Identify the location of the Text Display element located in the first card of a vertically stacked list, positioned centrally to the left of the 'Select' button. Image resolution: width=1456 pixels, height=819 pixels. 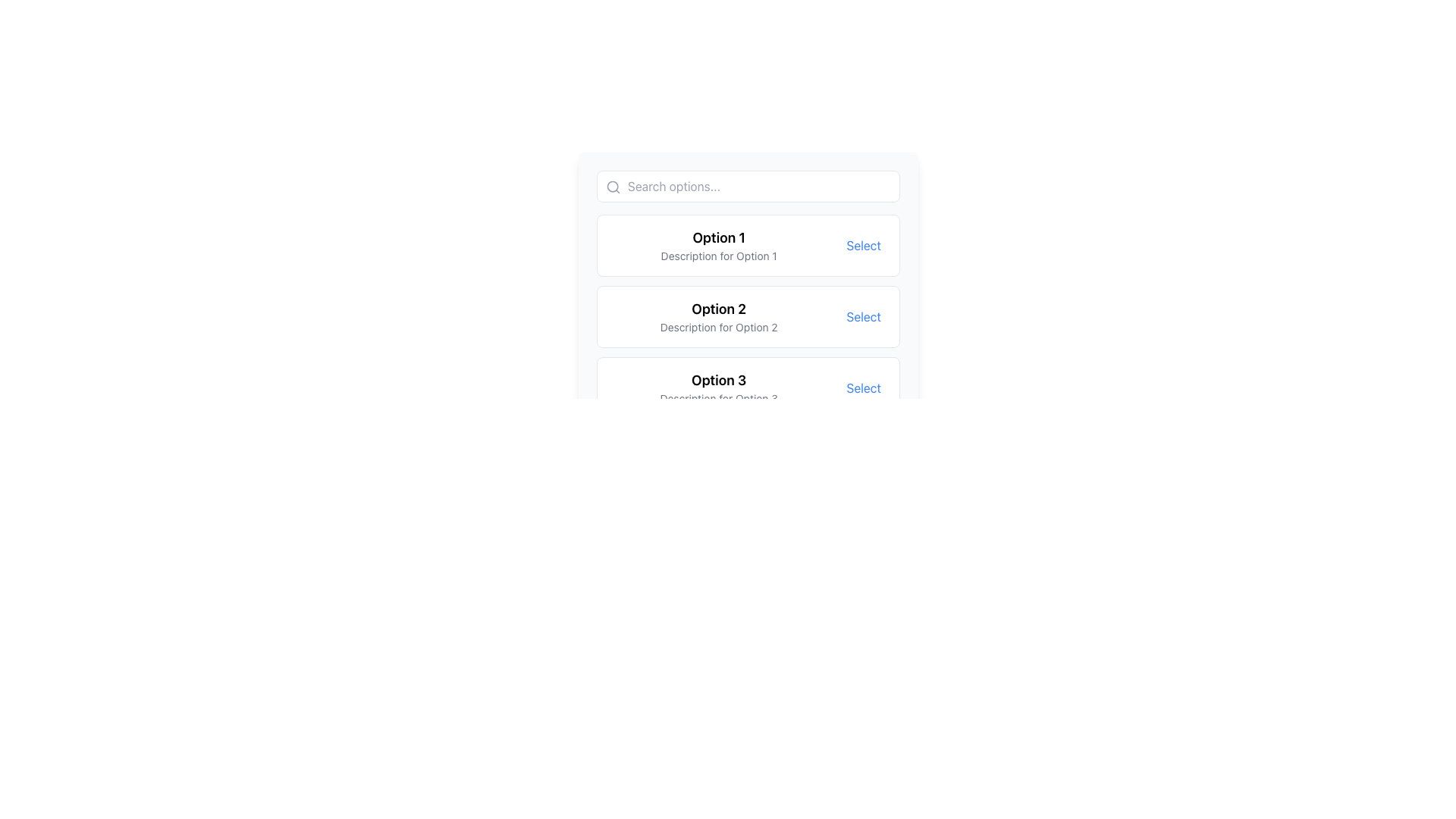
(718, 245).